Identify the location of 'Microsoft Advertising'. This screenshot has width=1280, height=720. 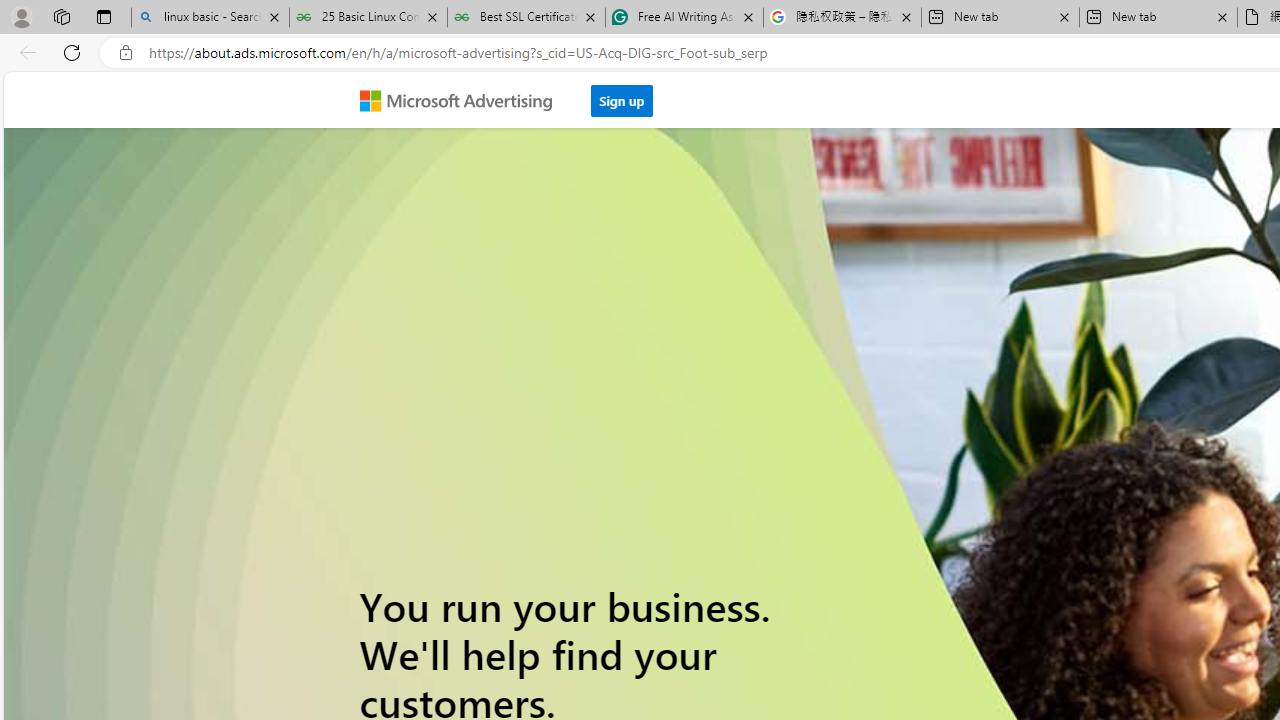
(463, 99).